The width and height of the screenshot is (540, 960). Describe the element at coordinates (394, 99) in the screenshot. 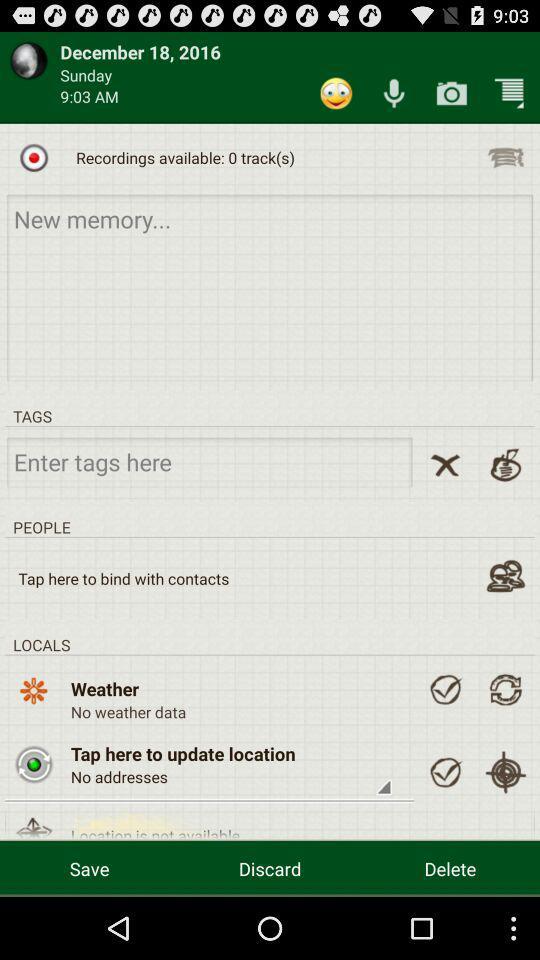

I see `the microphone icon` at that location.